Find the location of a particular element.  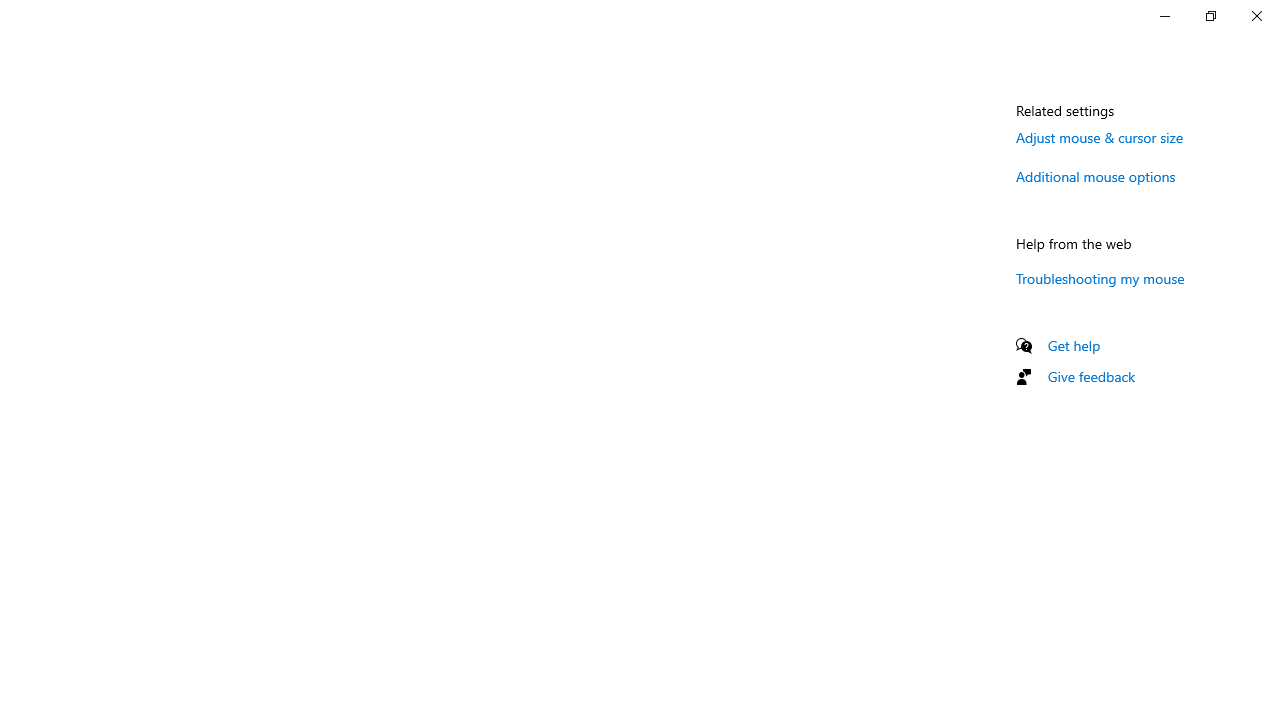

'Troubleshooting my mouse' is located at coordinates (1099, 278).